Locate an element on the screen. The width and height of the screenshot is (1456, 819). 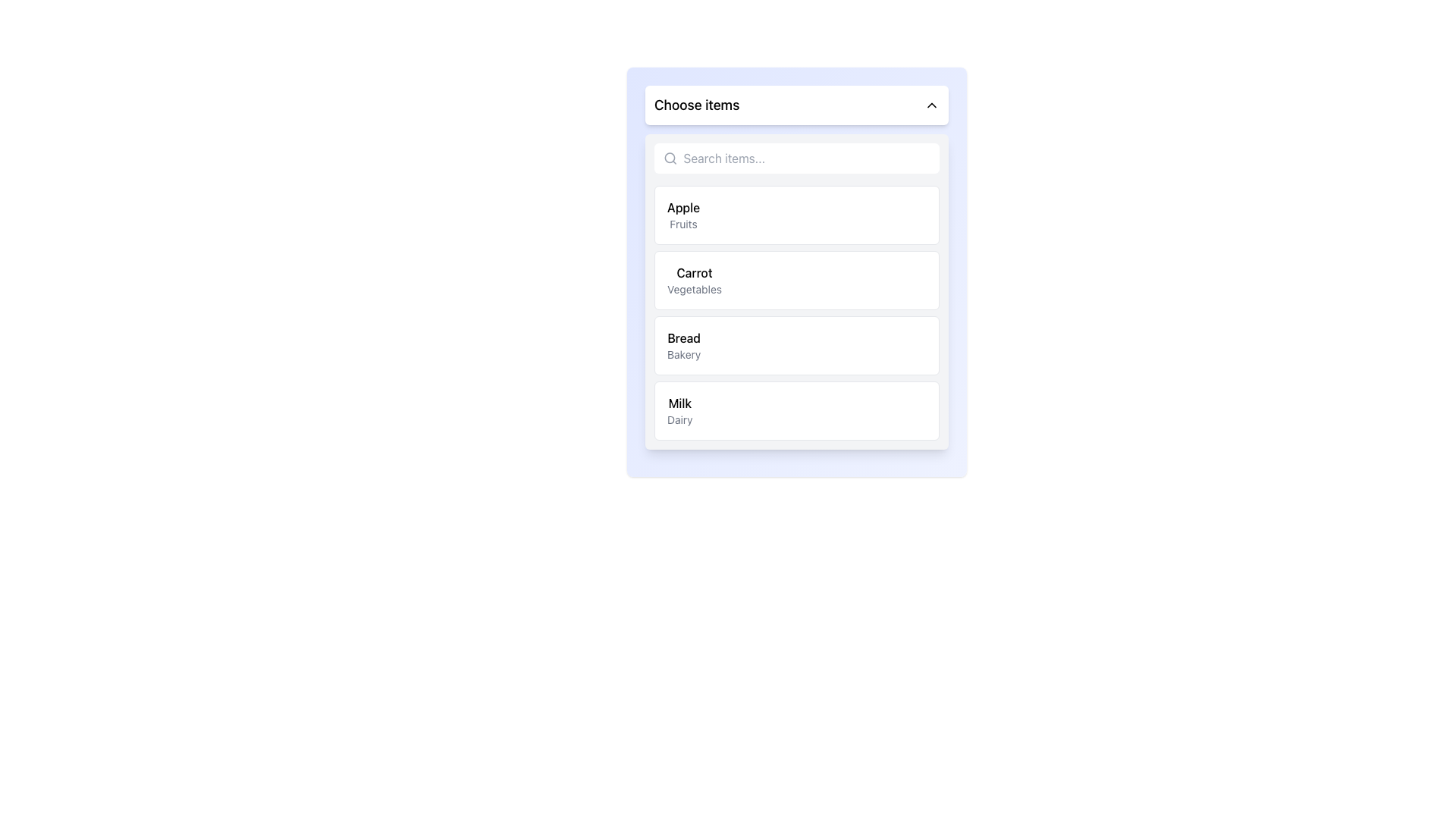
the fourth text label in the vertical list of selectable food categories or products is located at coordinates (679, 411).